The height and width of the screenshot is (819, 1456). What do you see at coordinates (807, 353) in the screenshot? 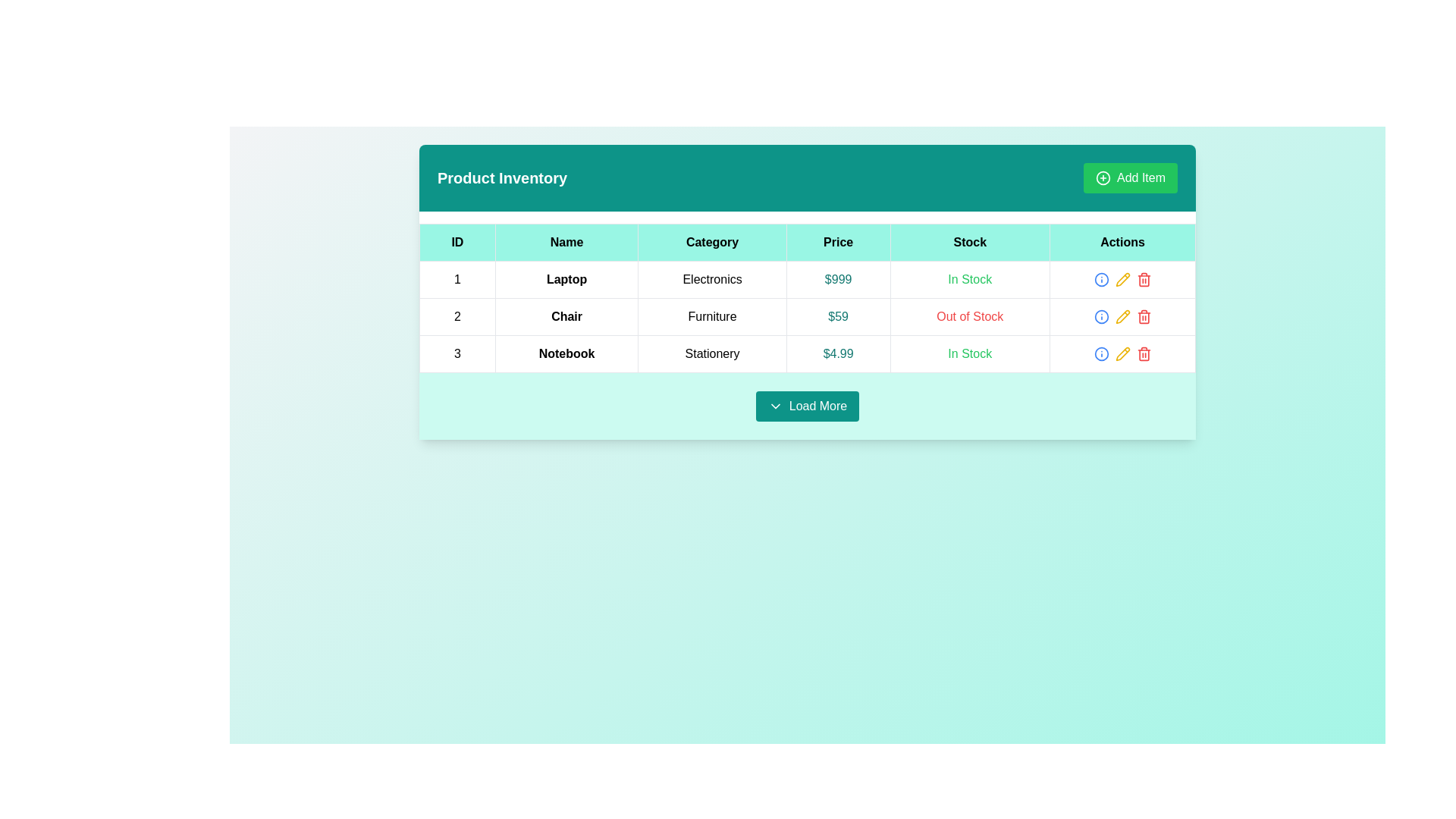
I see `to select the row in the product inventory table representing the notebook, which is the third row containing ID '3', product name 'Notebook', category 'Stationery', price '$4.99', and stock status 'In Stock'` at bounding box center [807, 353].